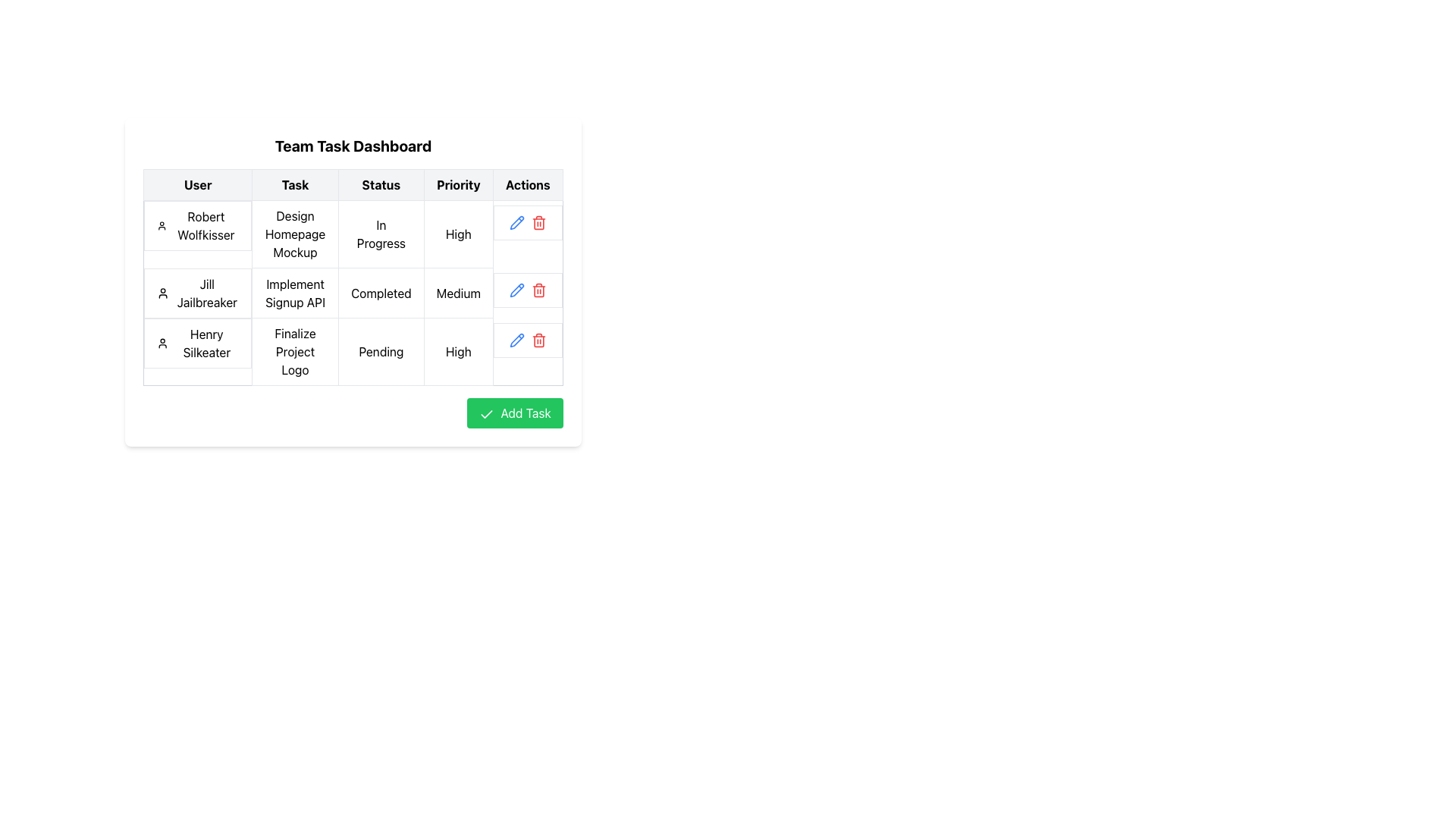  Describe the element at coordinates (295, 351) in the screenshot. I see `the Static Text Label displaying 'Finalize Project Logo' in the third row of the task table for user 'Henry Silkeater'` at that location.